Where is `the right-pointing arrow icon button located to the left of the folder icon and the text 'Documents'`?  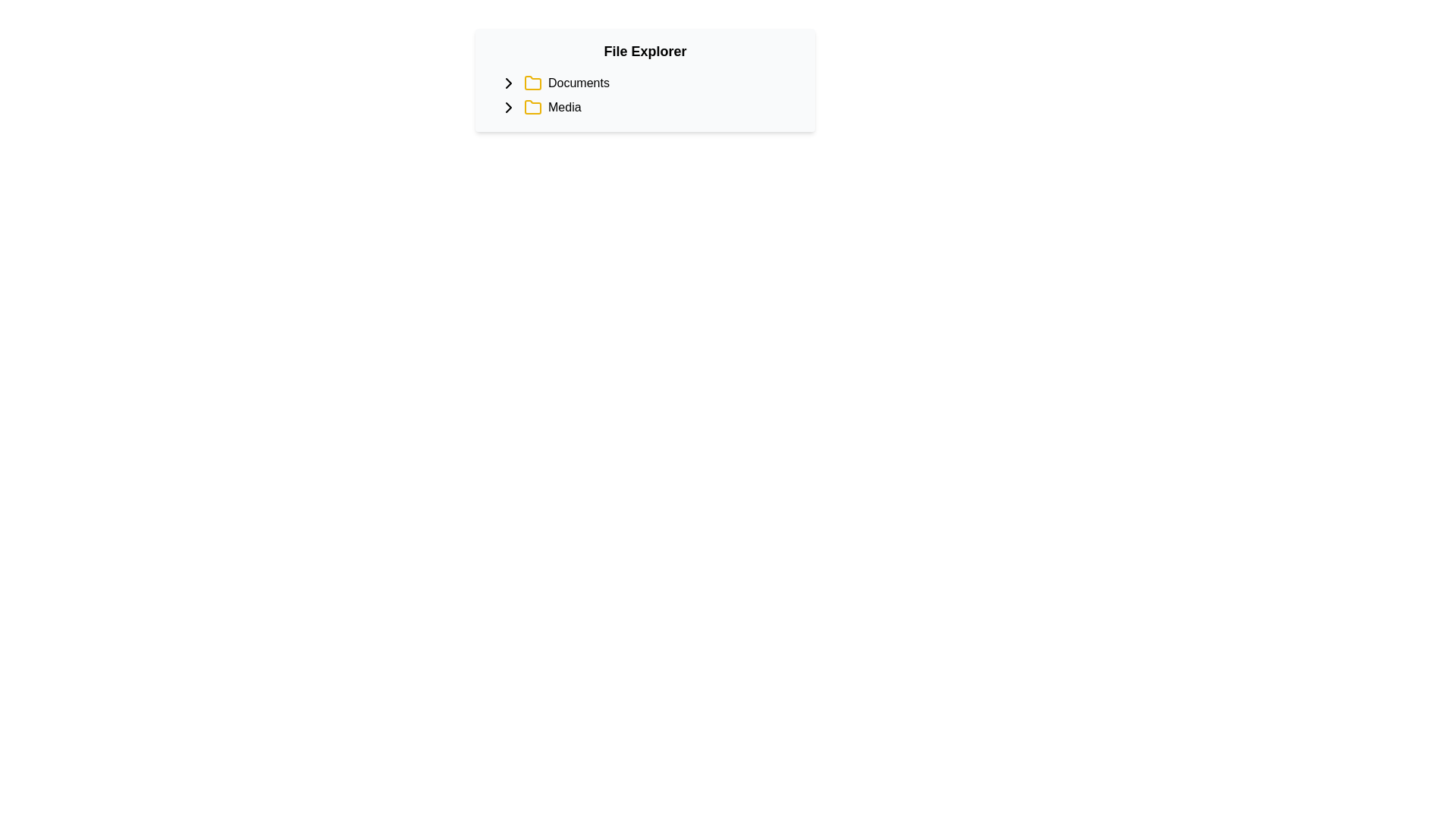 the right-pointing arrow icon button located to the left of the folder icon and the text 'Documents' is located at coordinates (509, 83).